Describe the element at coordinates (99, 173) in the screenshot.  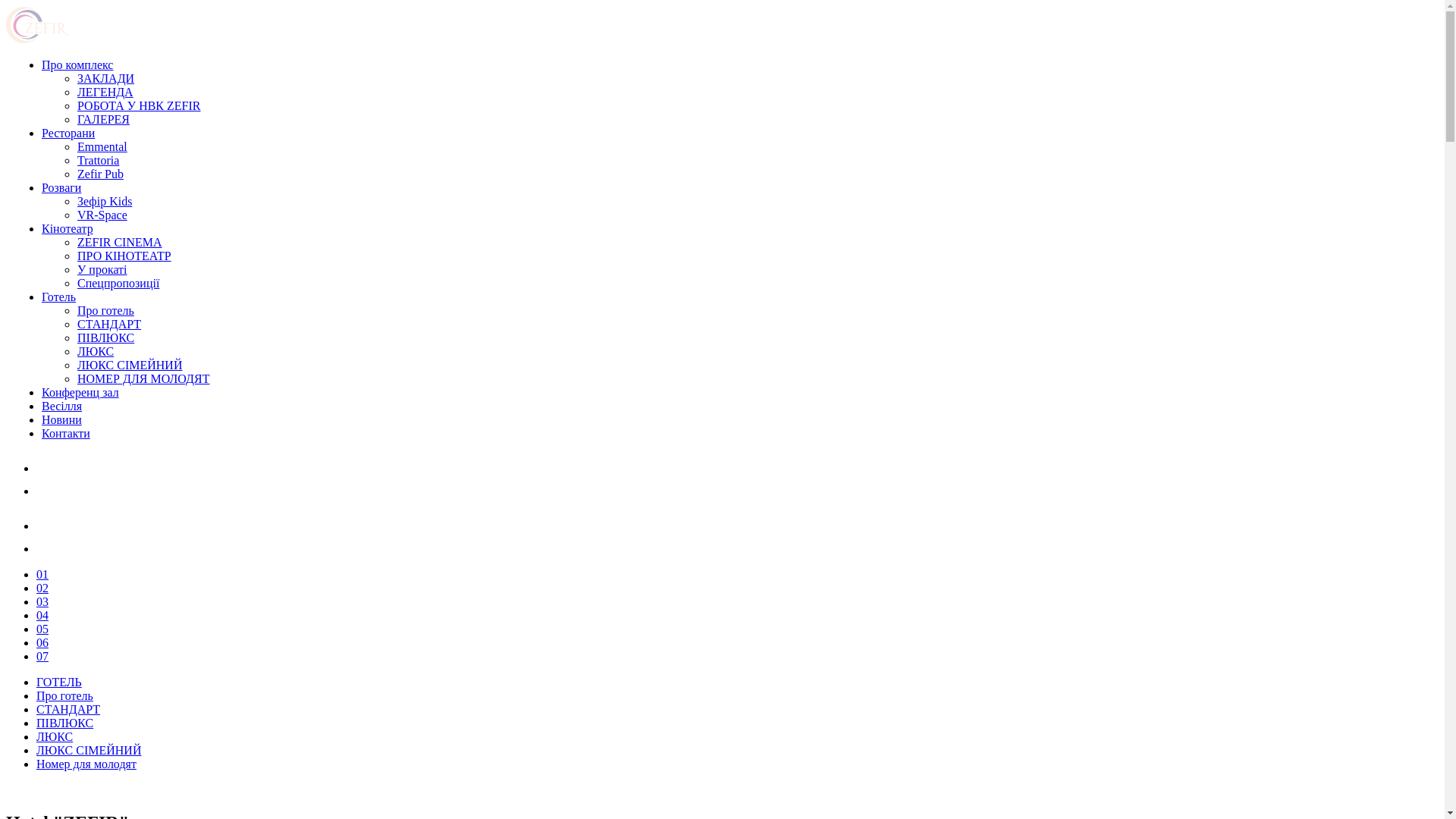
I see `'Zefir Pub'` at that location.